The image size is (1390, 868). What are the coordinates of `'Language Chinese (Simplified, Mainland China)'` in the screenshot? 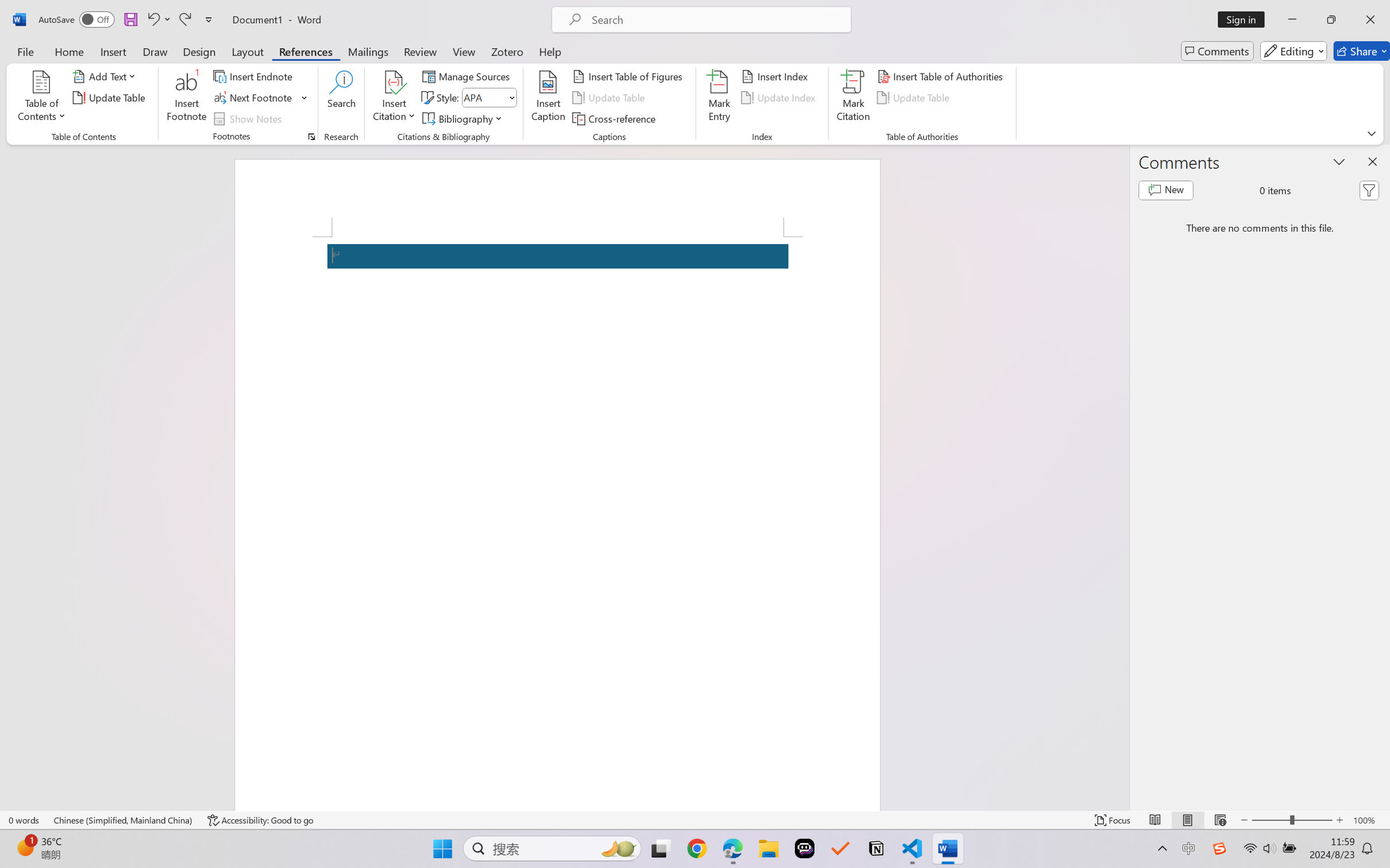 It's located at (123, 820).